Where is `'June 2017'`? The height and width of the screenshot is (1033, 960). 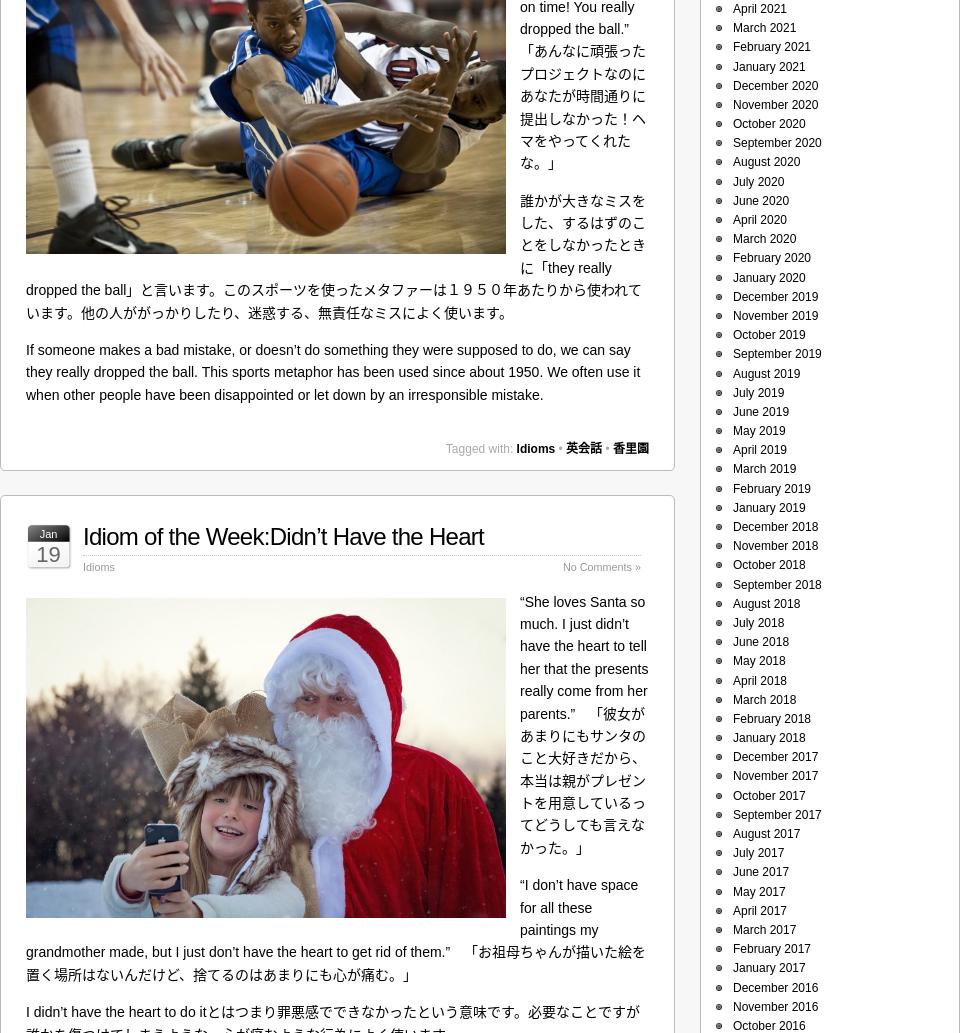
'June 2017' is located at coordinates (759, 870).